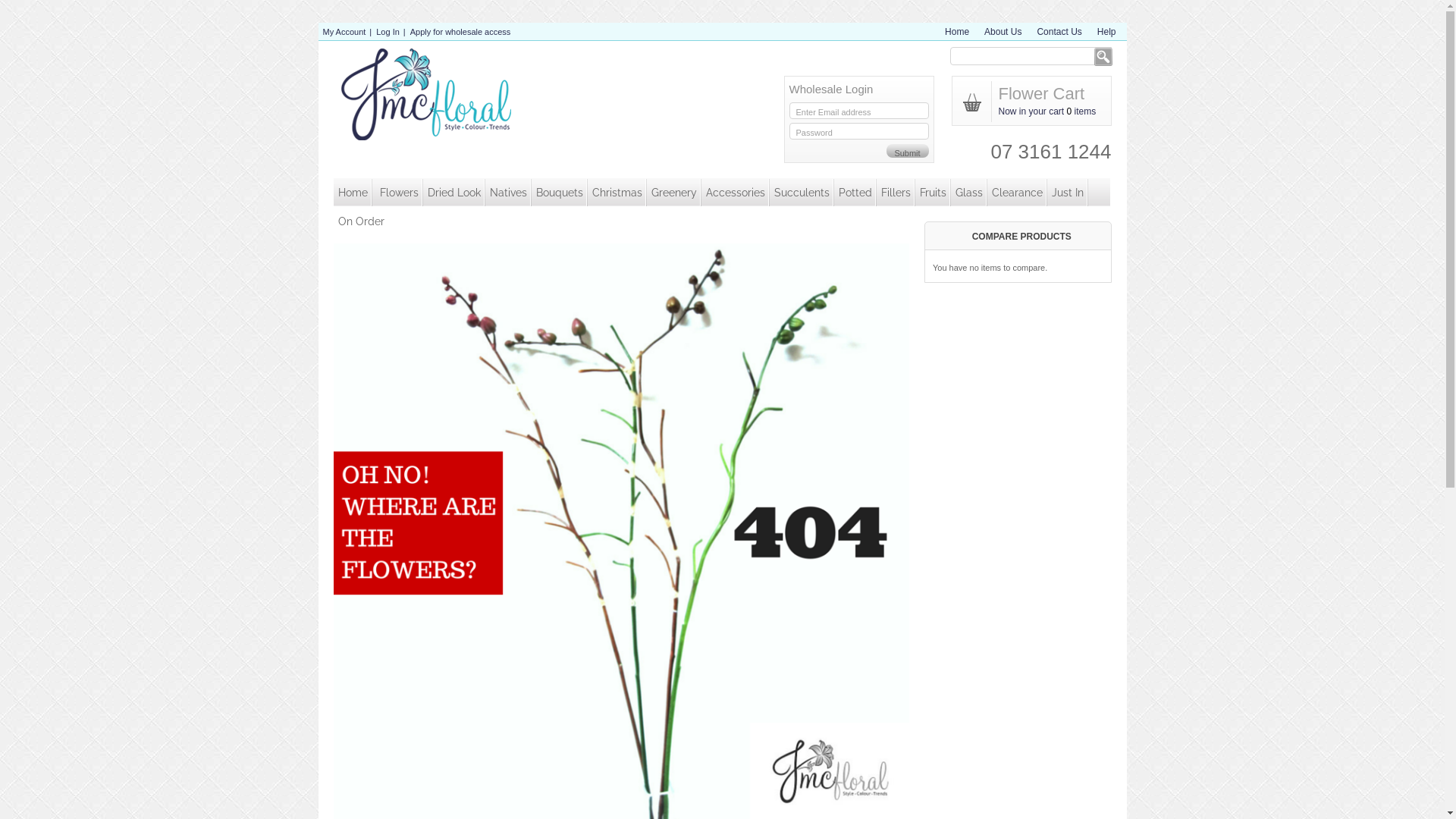  I want to click on 'Log In', so click(387, 32).